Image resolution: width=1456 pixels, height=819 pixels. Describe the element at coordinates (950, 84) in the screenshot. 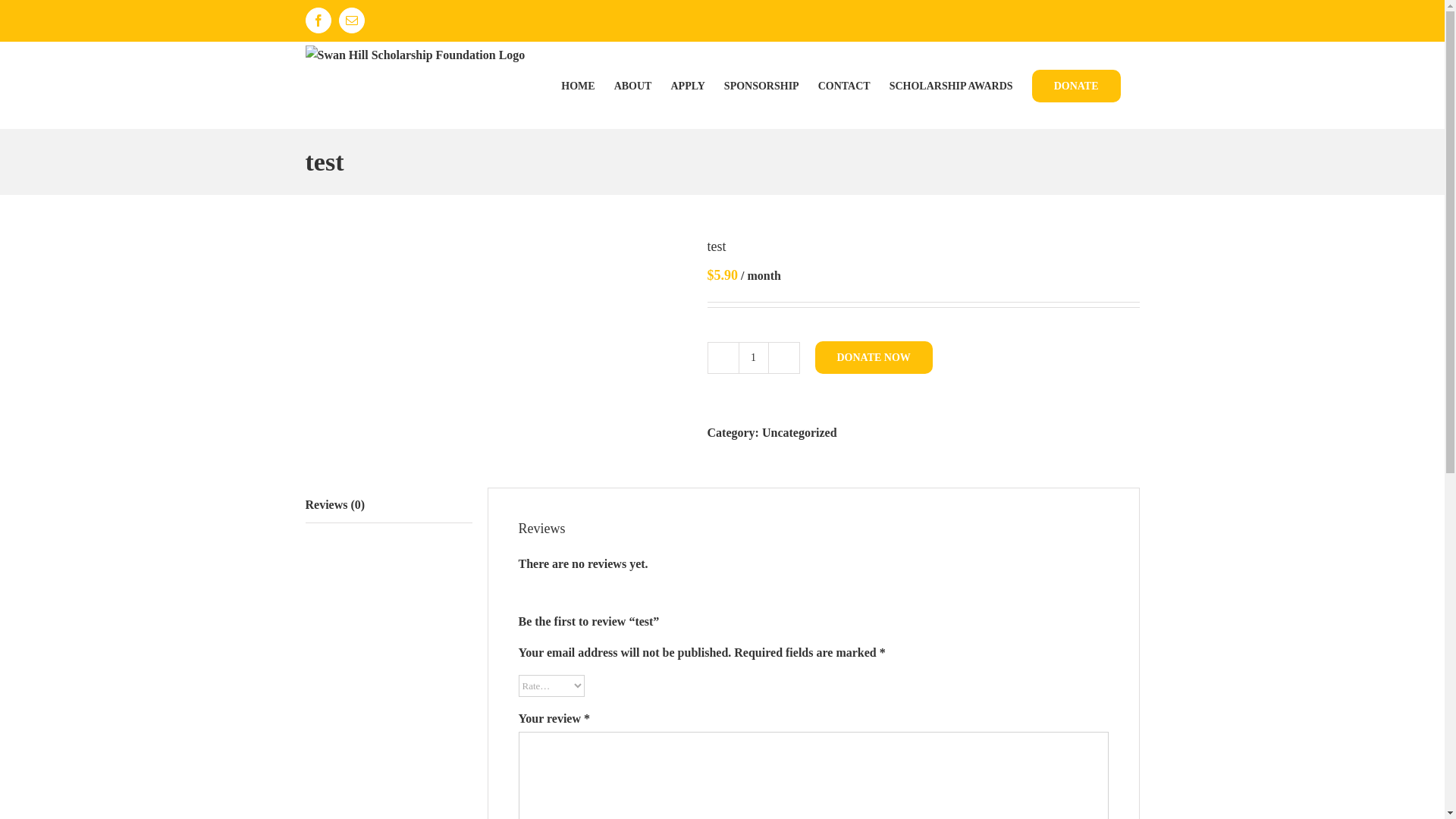

I see `'SCHOLARSHIP AWARDS'` at that location.